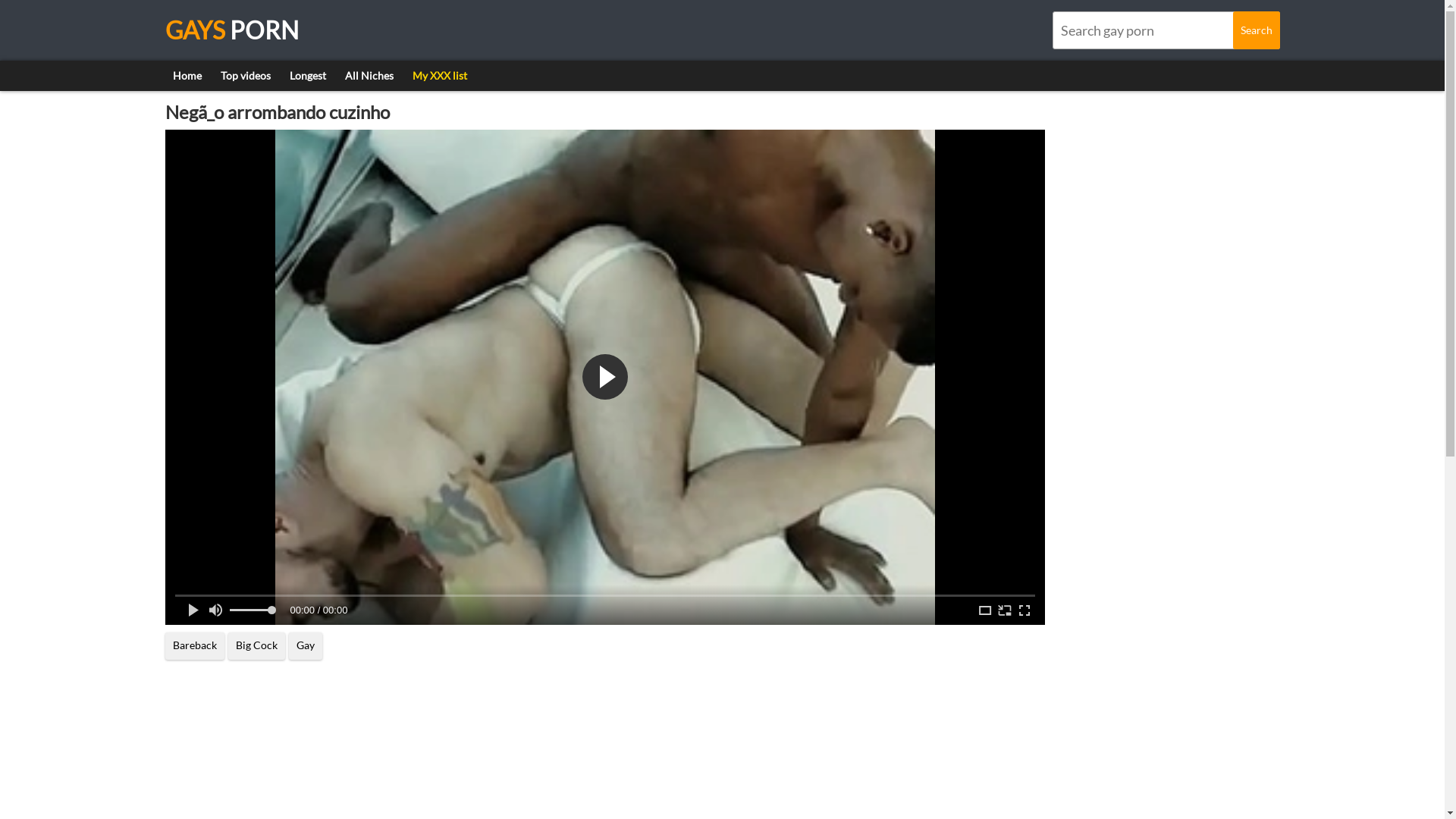 Image resolution: width=1456 pixels, height=819 pixels. What do you see at coordinates (186, 76) in the screenshot?
I see `'Home'` at bounding box center [186, 76].